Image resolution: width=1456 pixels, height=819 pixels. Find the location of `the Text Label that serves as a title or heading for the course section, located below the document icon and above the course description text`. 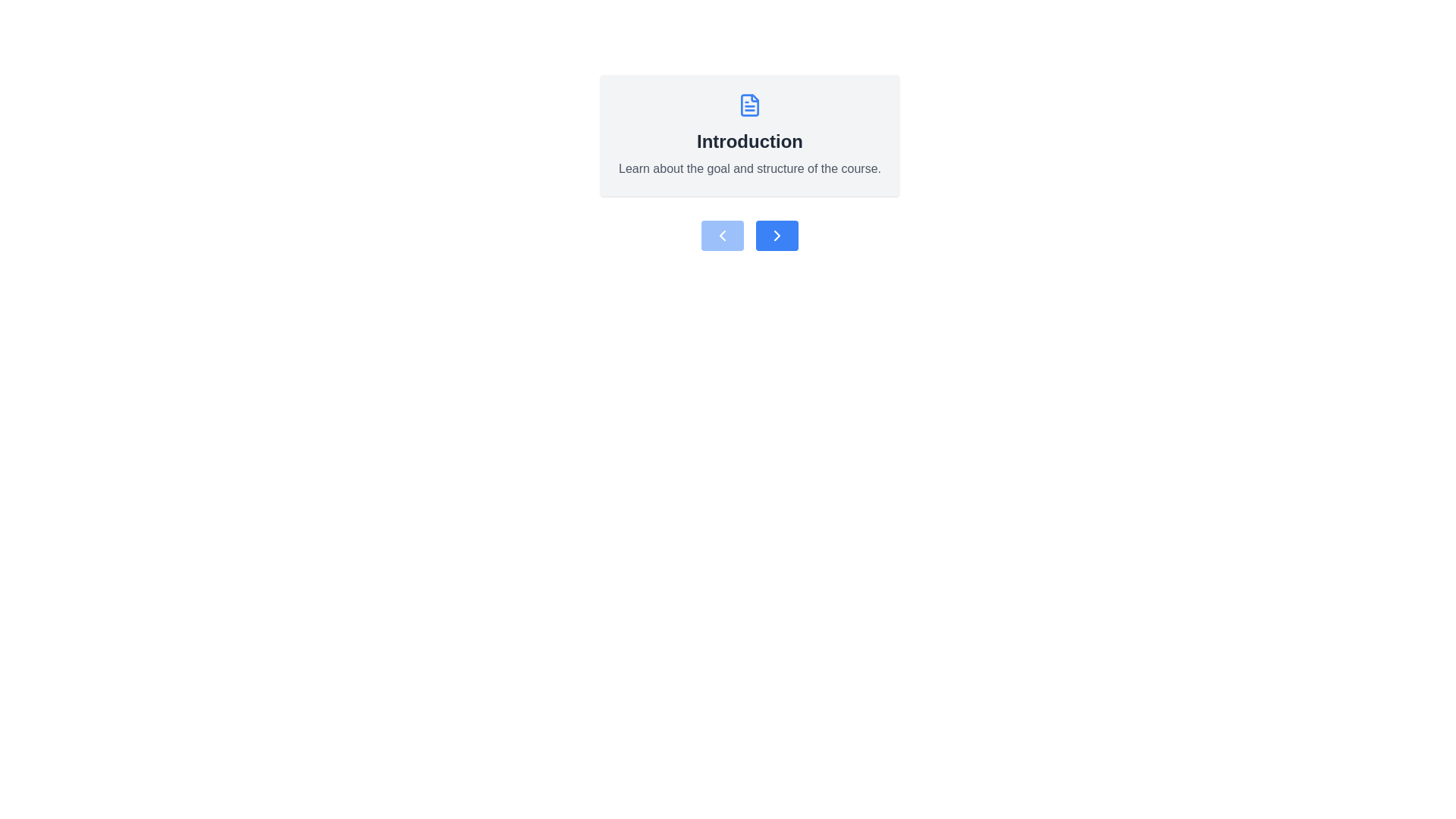

the Text Label that serves as a title or heading for the course section, located below the document icon and above the course description text is located at coordinates (749, 141).